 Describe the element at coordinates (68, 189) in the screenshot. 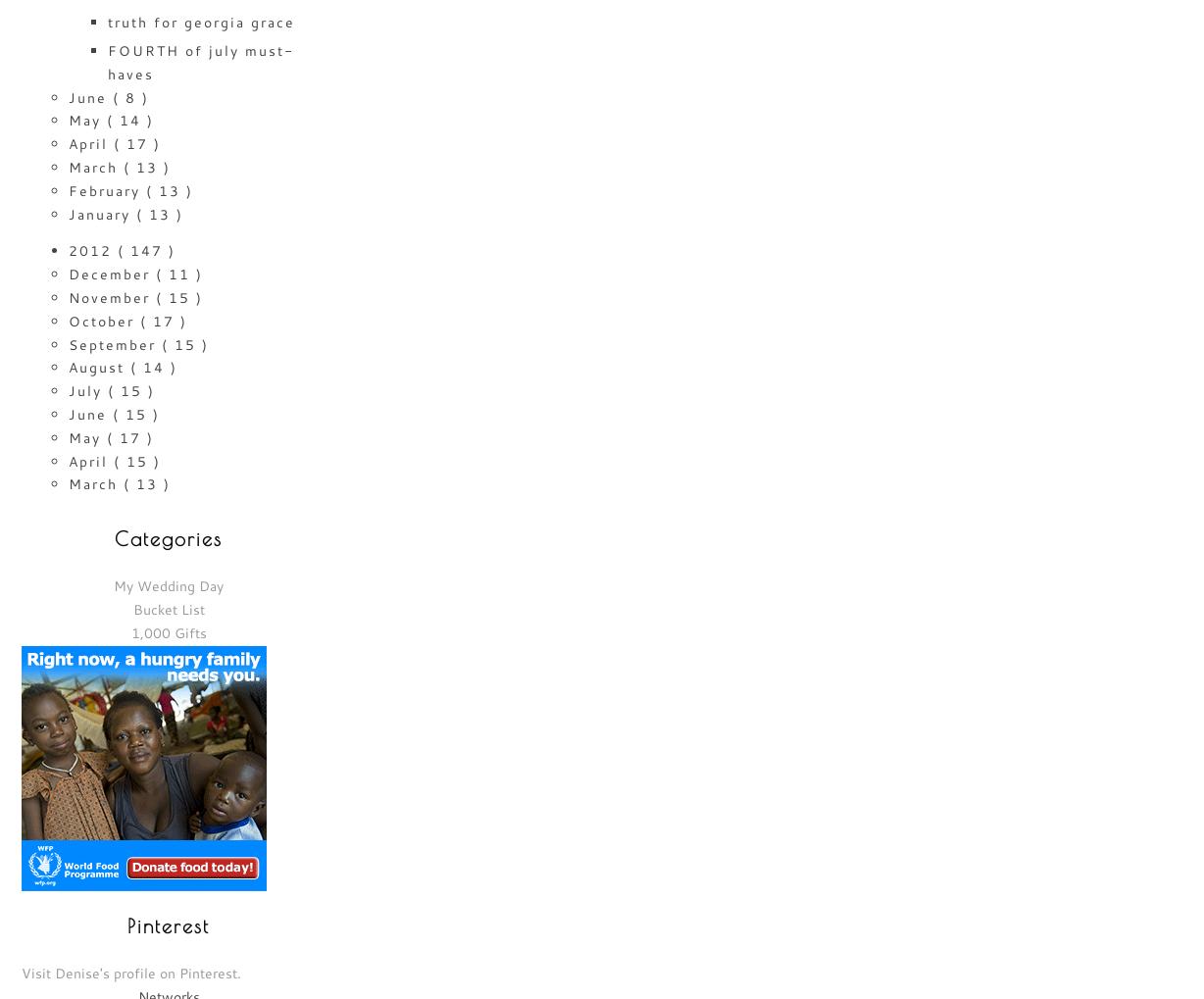

I see `'February'` at that location.